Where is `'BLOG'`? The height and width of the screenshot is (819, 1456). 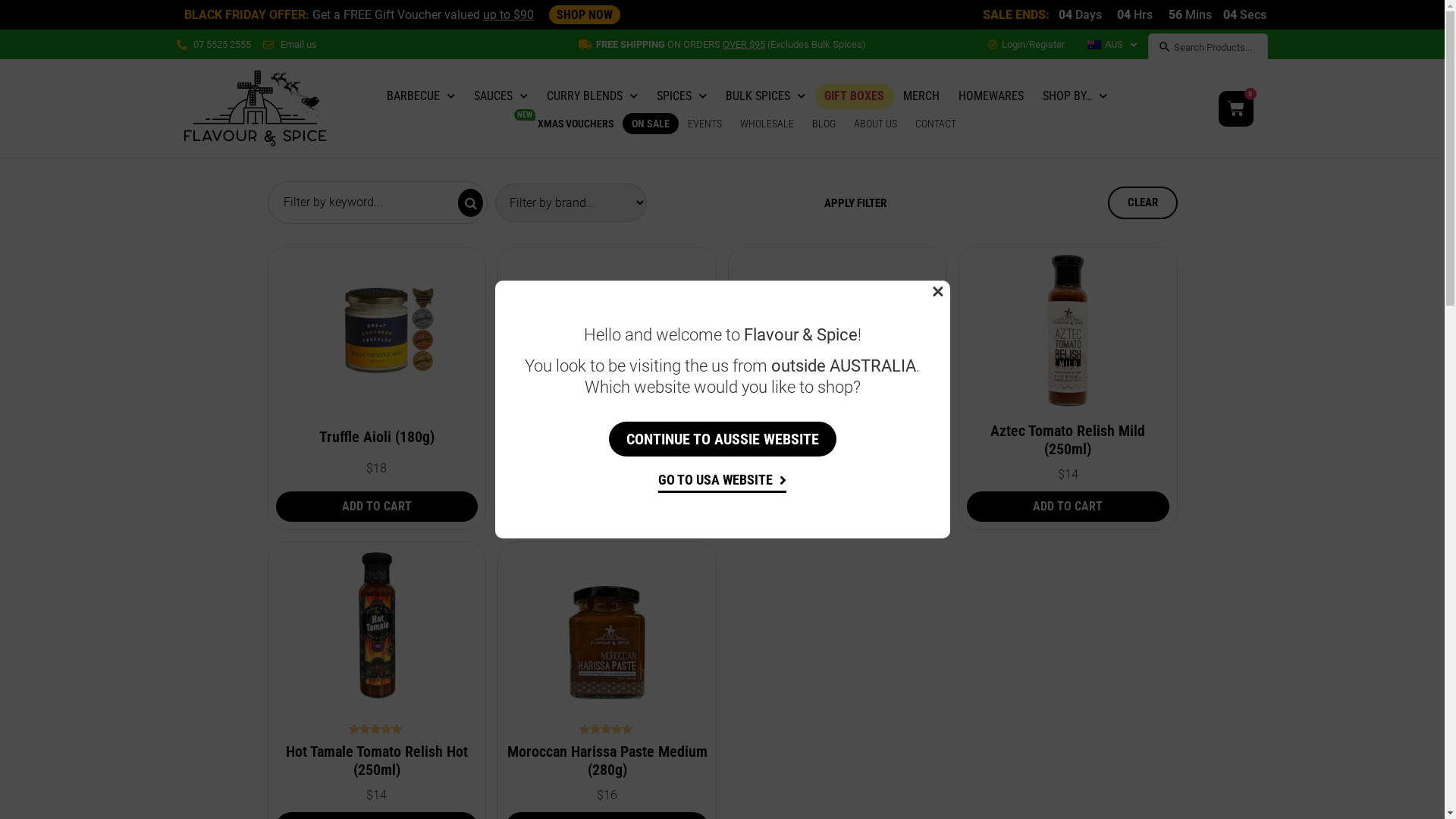 'BLOG' is located at coordinates (802, 122).